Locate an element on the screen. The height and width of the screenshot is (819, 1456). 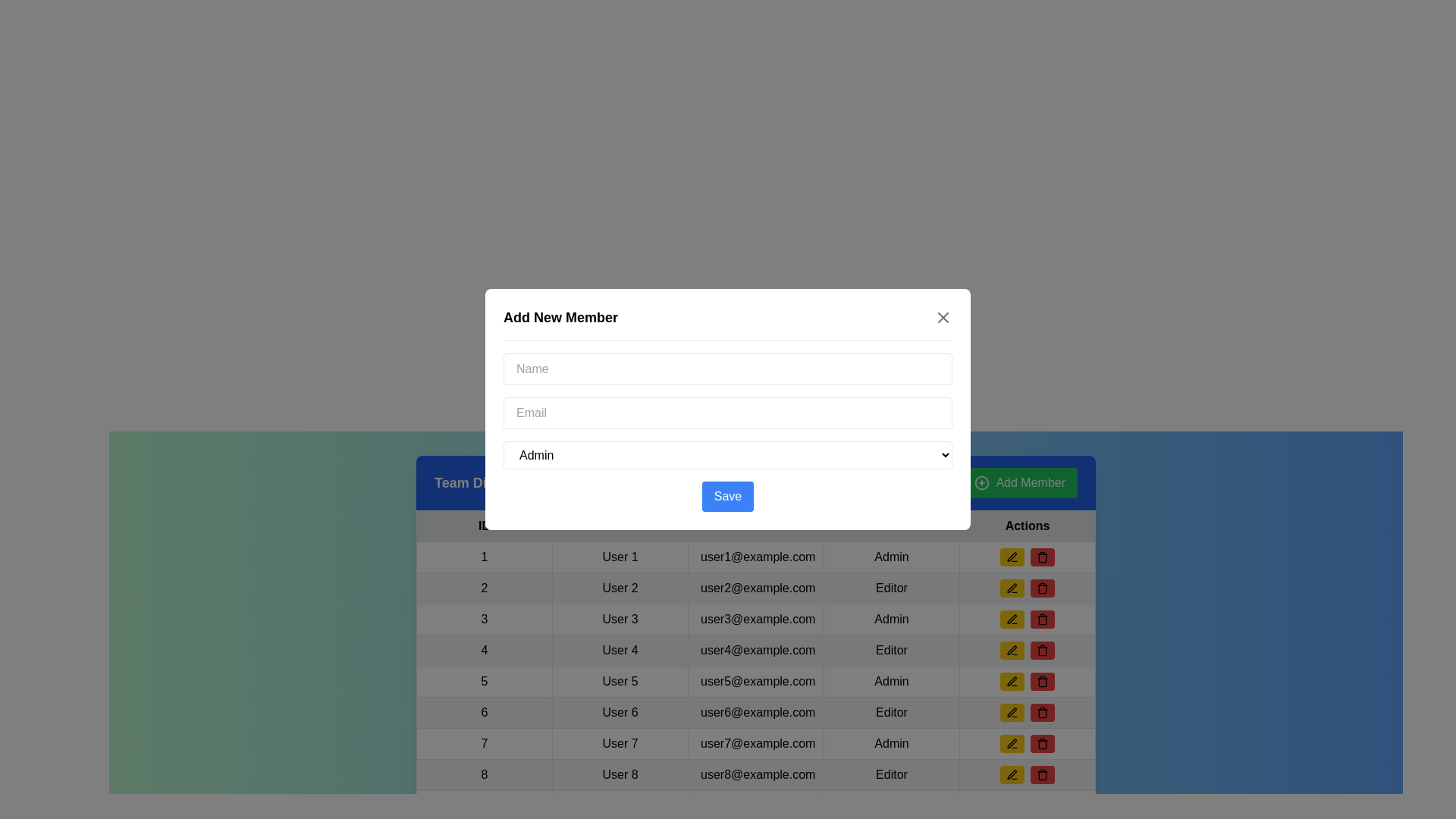
the text label displaying the email of the user in the third column of the fifth row of the table, located between 'User 5' and 'Admin' is located at coordinates (756, 680).